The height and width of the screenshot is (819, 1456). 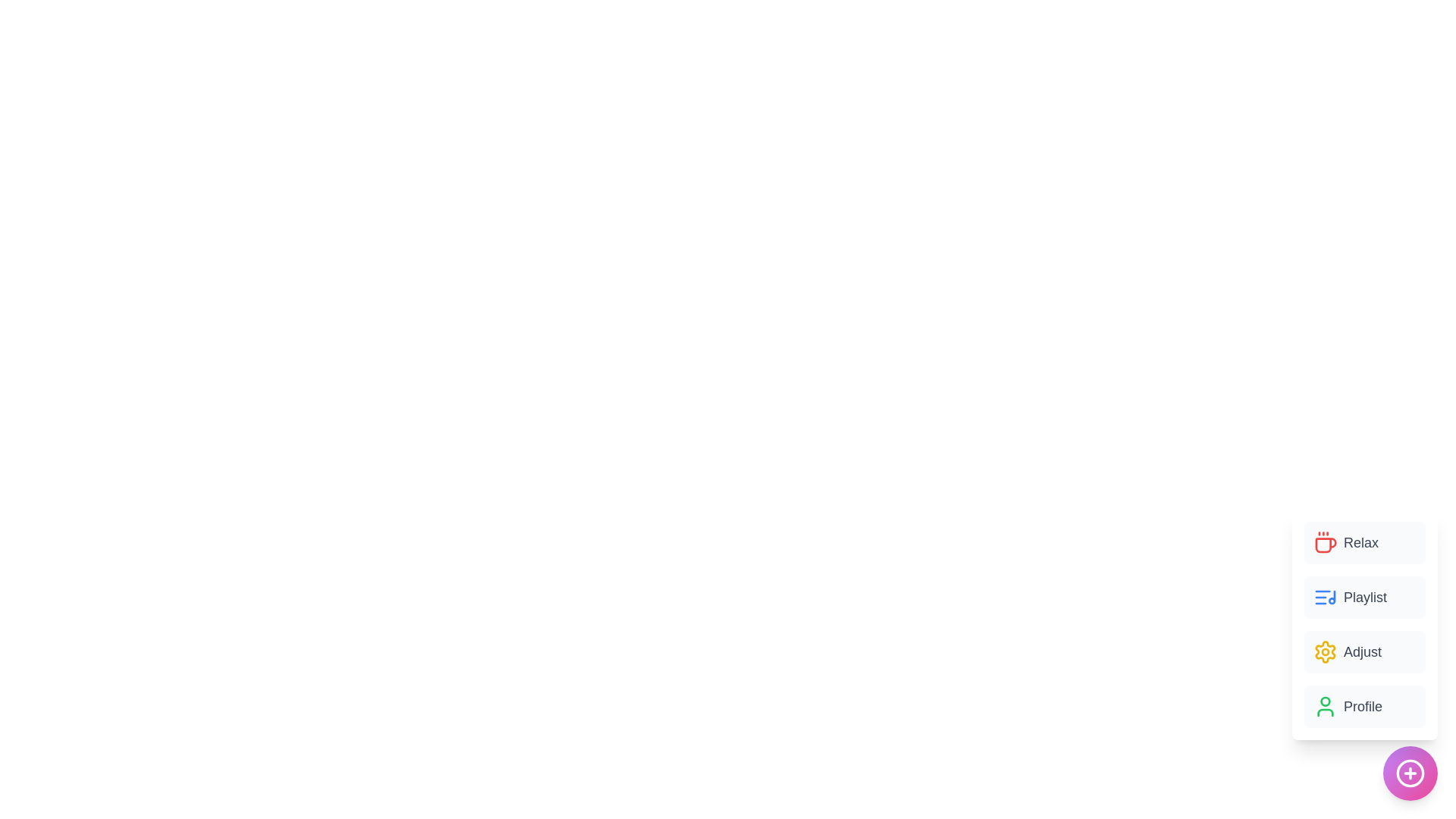 What do you see at coordinates (1365, 651) in the screenshot?
I see `the 'Adjust' button in the menu` at bounding box center [1365, 651].